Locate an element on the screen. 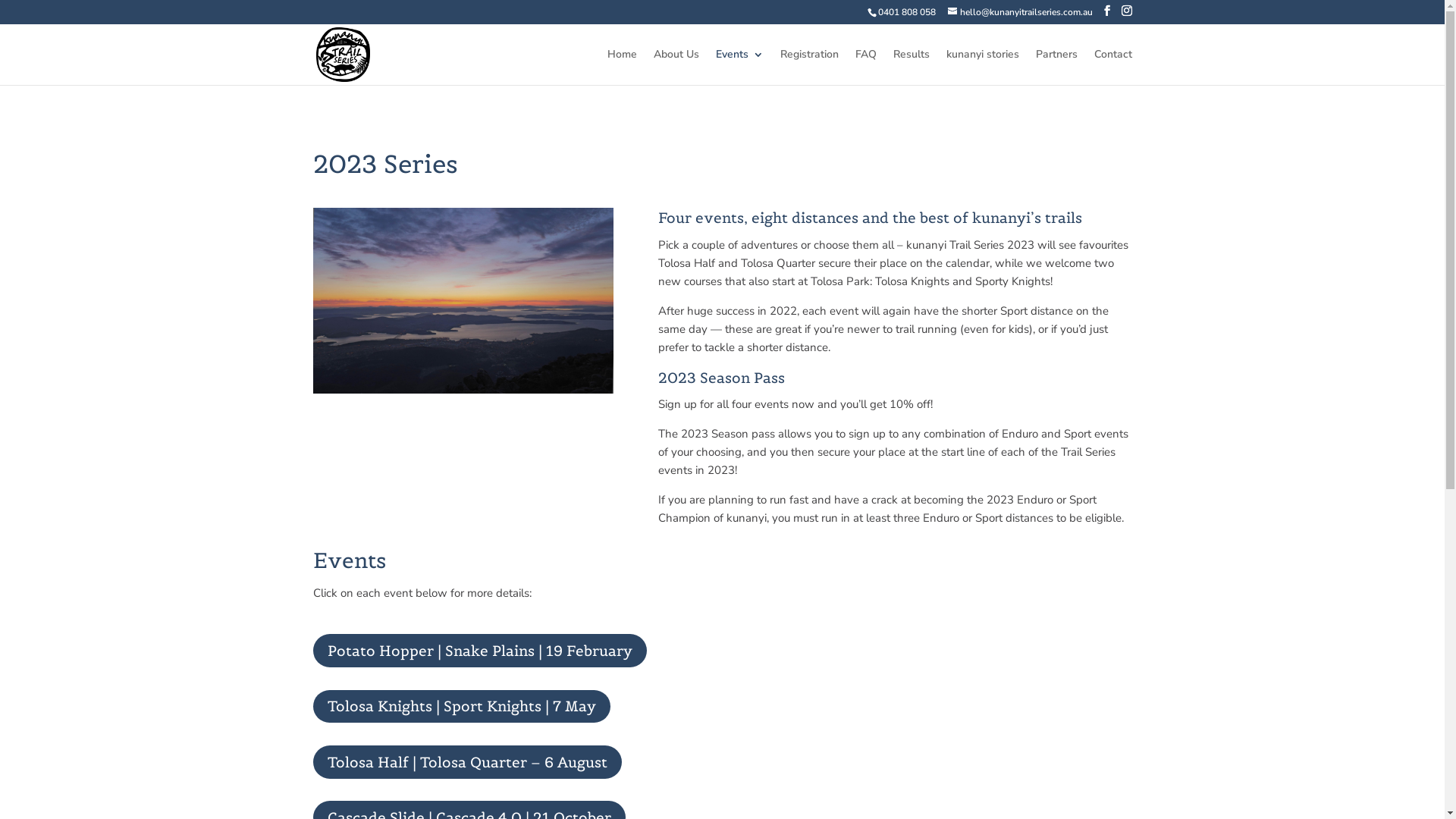  'Tolosa Knights | Sport Knights | 7 May' is located at coordinates (460, 707).